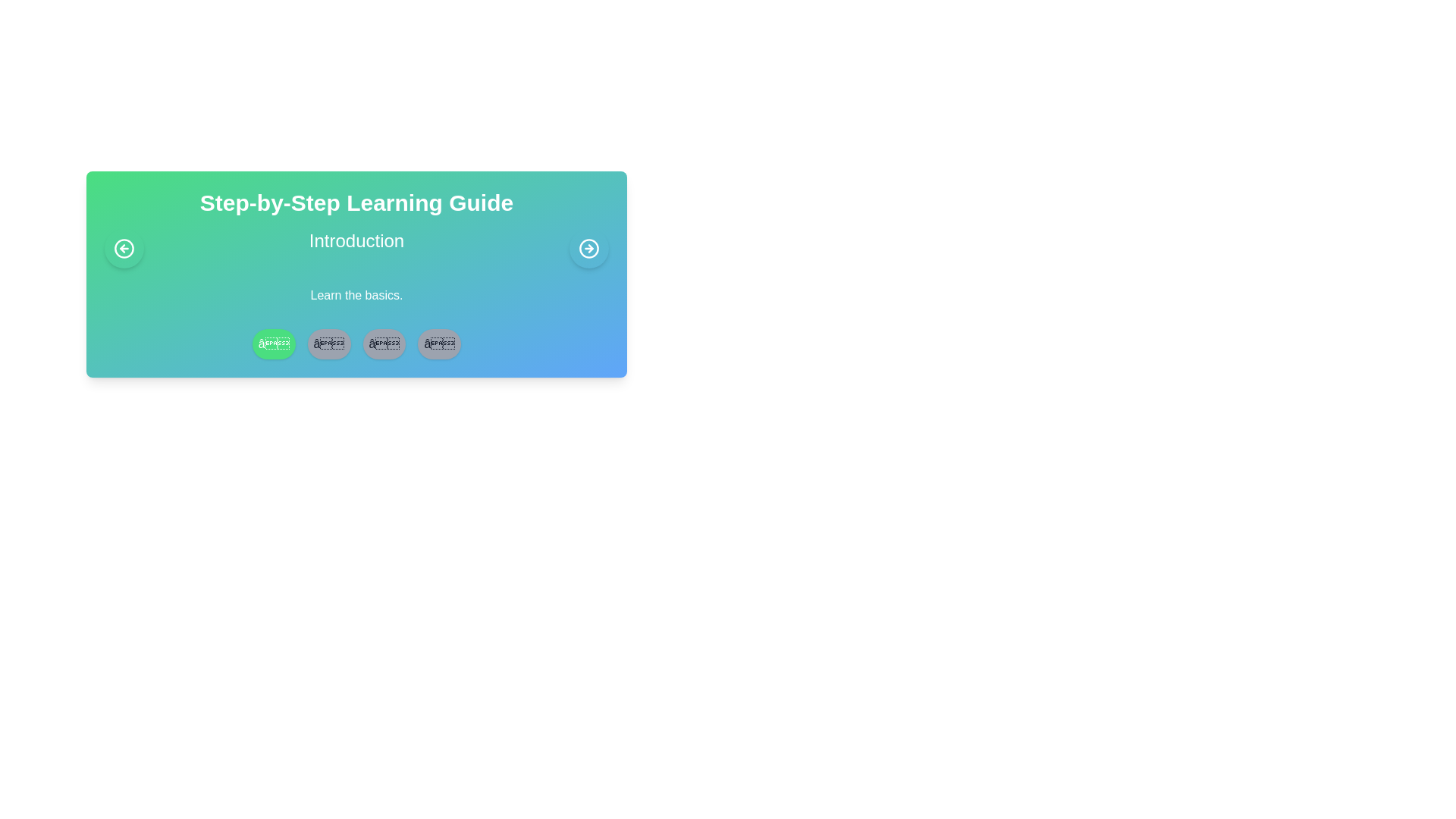 The height and width of the screenshot is (819, 1456). Describe the element at coordinates (356, 344) in the screenshot. I see `the green circle of the Step progress indicator` at that location.